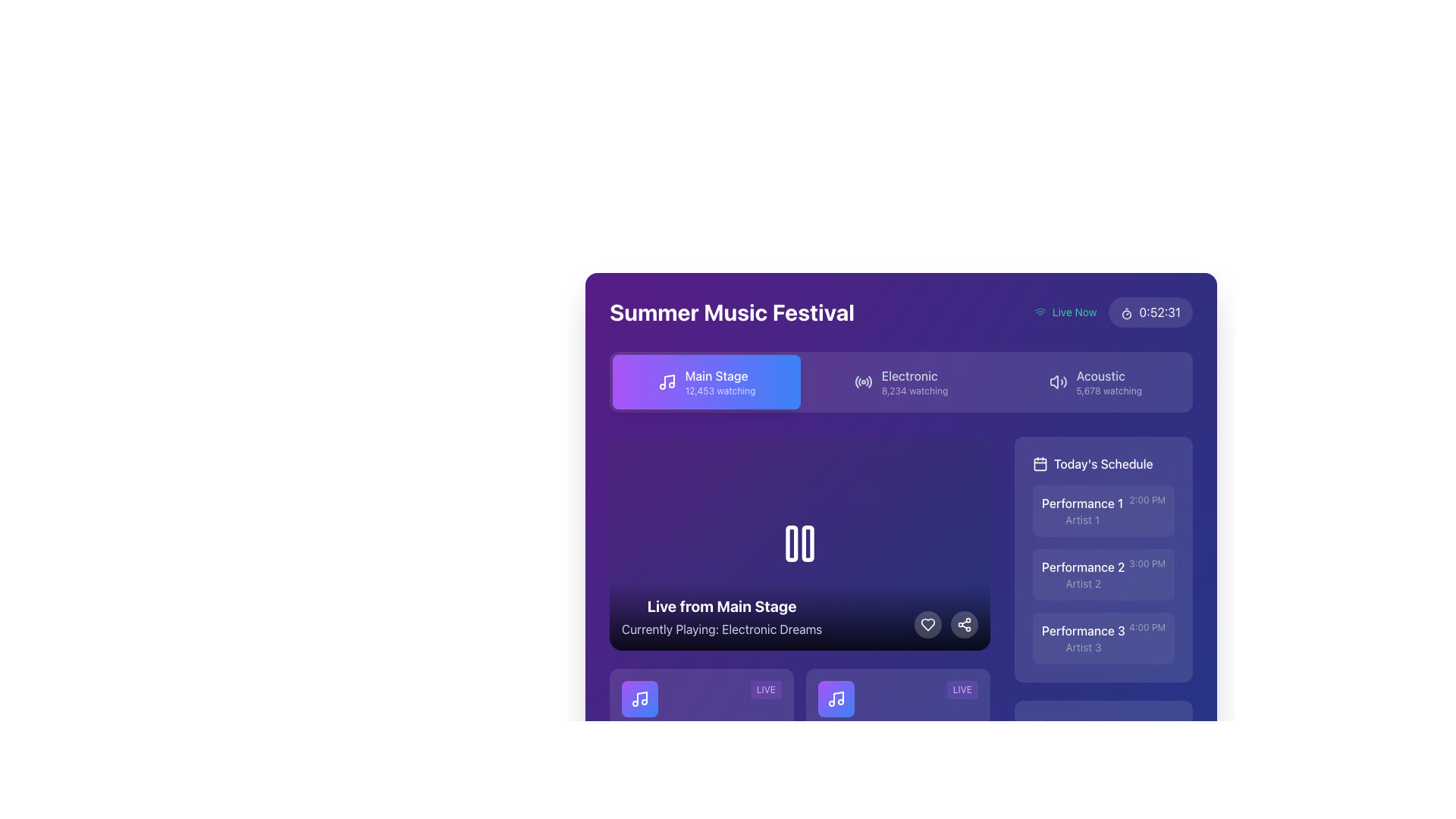 The width and height of the screenshot is (1456, 819). I want to click on the non-interactive informational card component displaying details of a scheduled event in the 'Today's Schedule' section, positioned as the second item between 'Performance 1' and 'Performance 3', so click(1103, 559).